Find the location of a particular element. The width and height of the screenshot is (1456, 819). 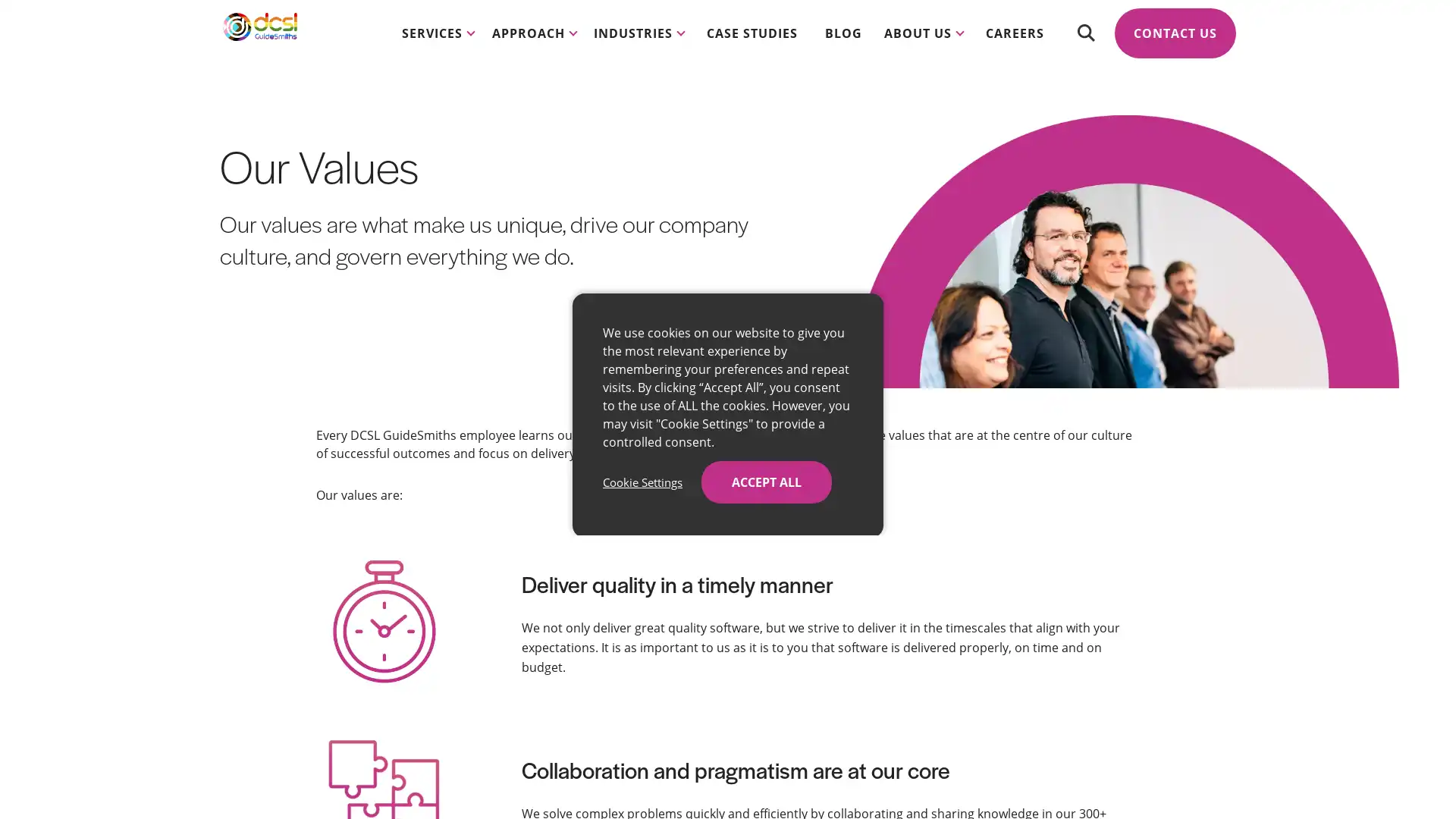

Search is located at coordinates (1084, 45).